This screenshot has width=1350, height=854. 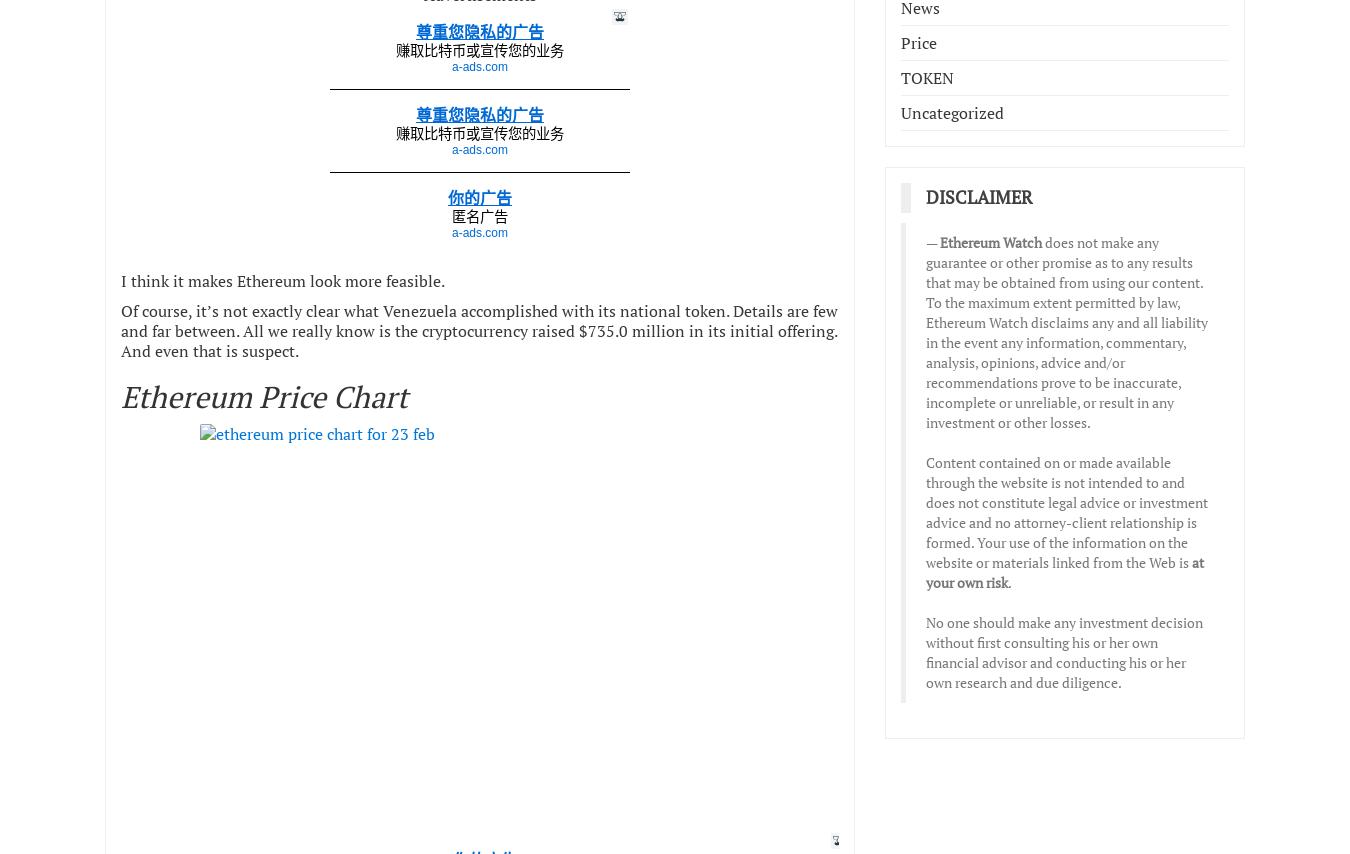 I want to click on 'Price', so click(x=917, y=42).